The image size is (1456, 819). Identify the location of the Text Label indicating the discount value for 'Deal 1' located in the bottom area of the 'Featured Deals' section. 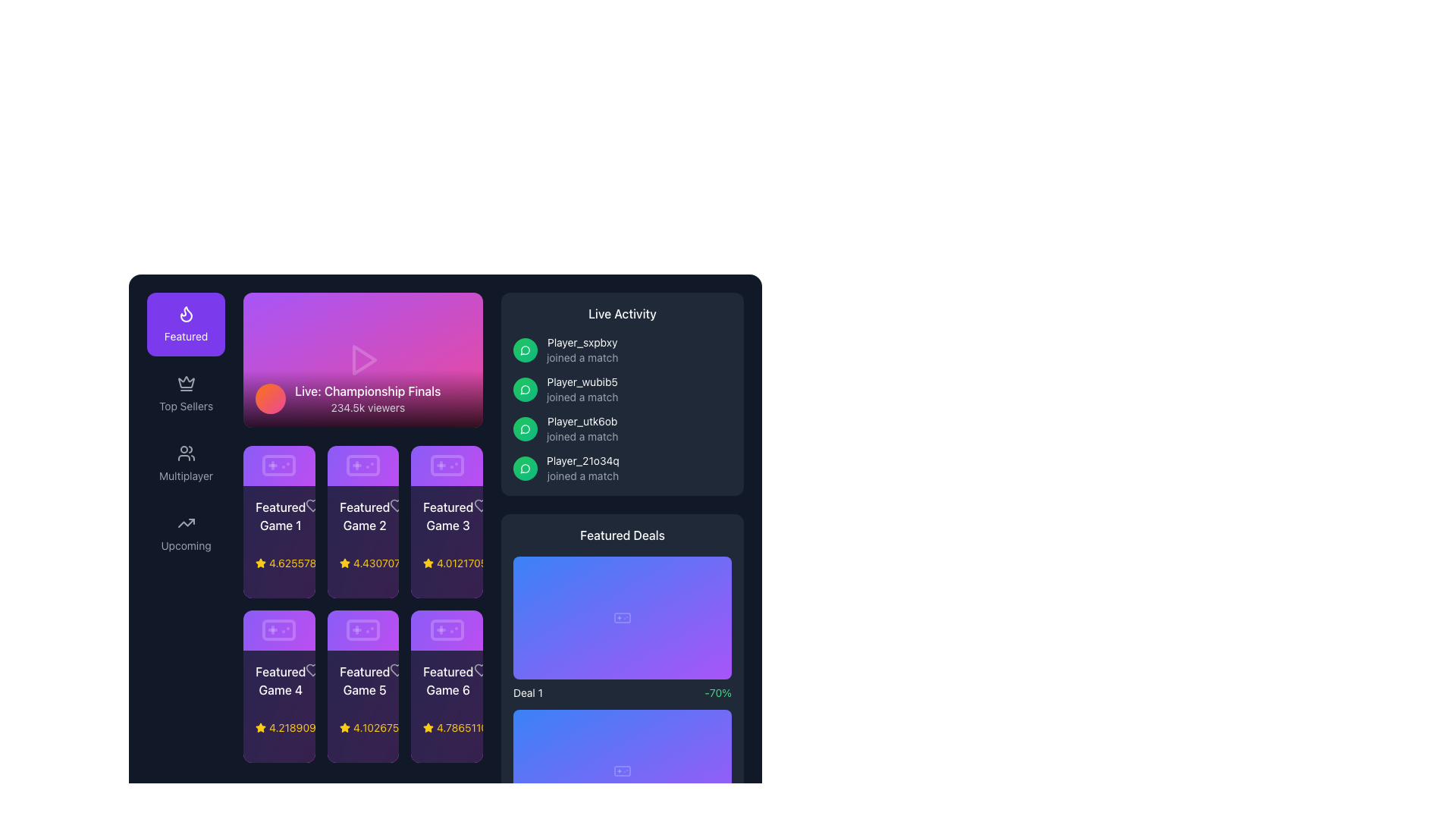
(717, 693).